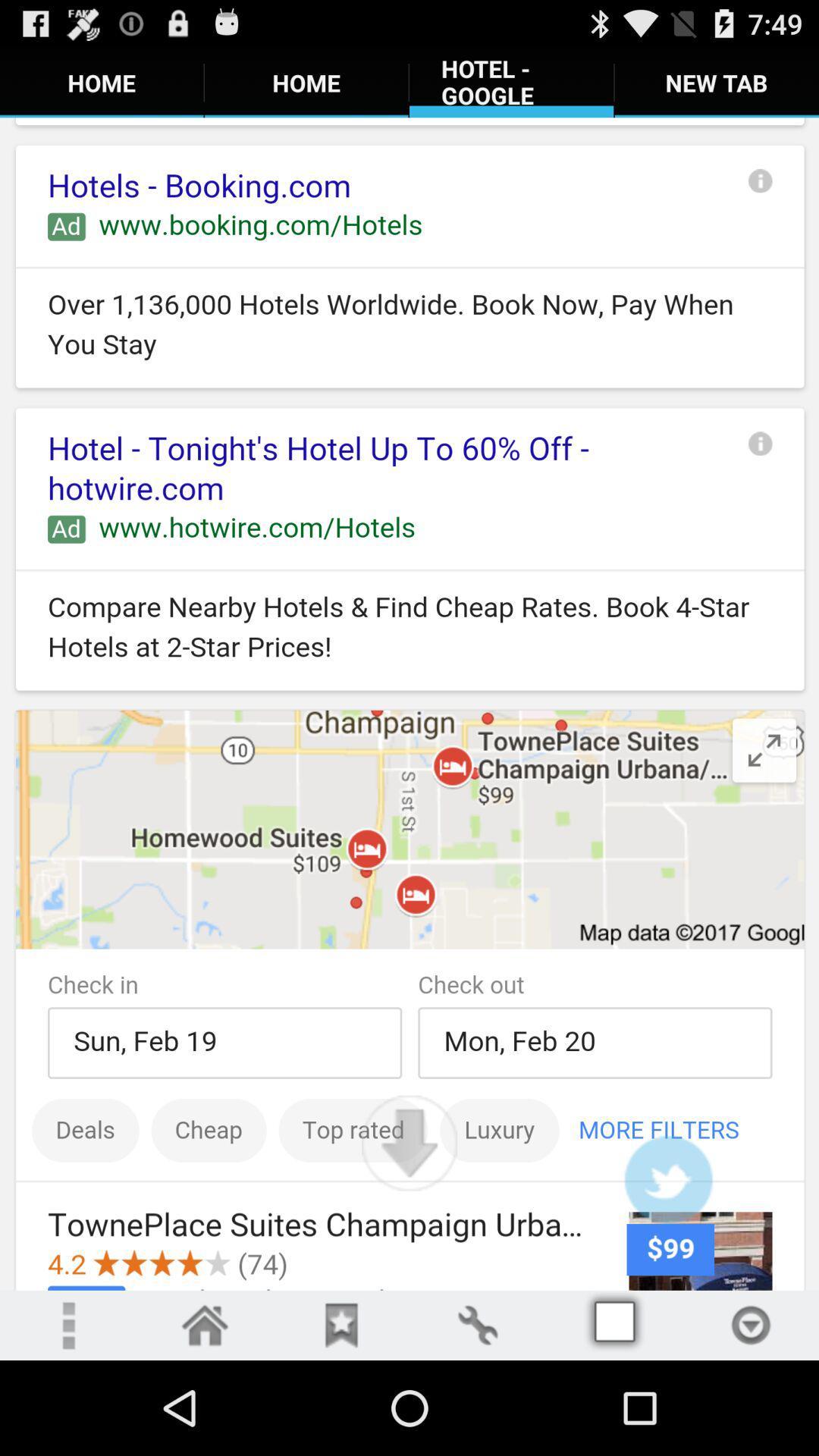 The image size is (819, 1456). What do you see at coordinates (67, 1324) in the screenshot?
I see `open more settings` at bounding box center [67, 1324].